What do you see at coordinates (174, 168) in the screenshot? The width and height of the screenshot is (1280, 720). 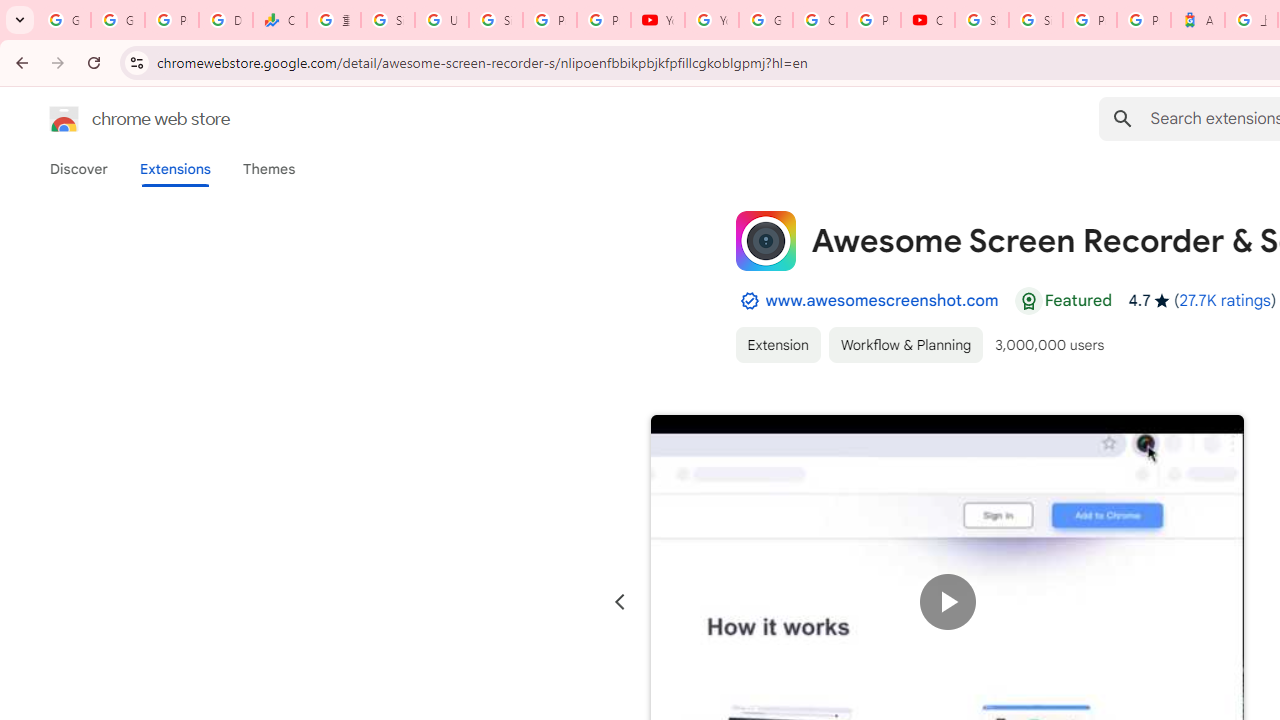 I see `'Extensions'` at bounding box center [174, 168].